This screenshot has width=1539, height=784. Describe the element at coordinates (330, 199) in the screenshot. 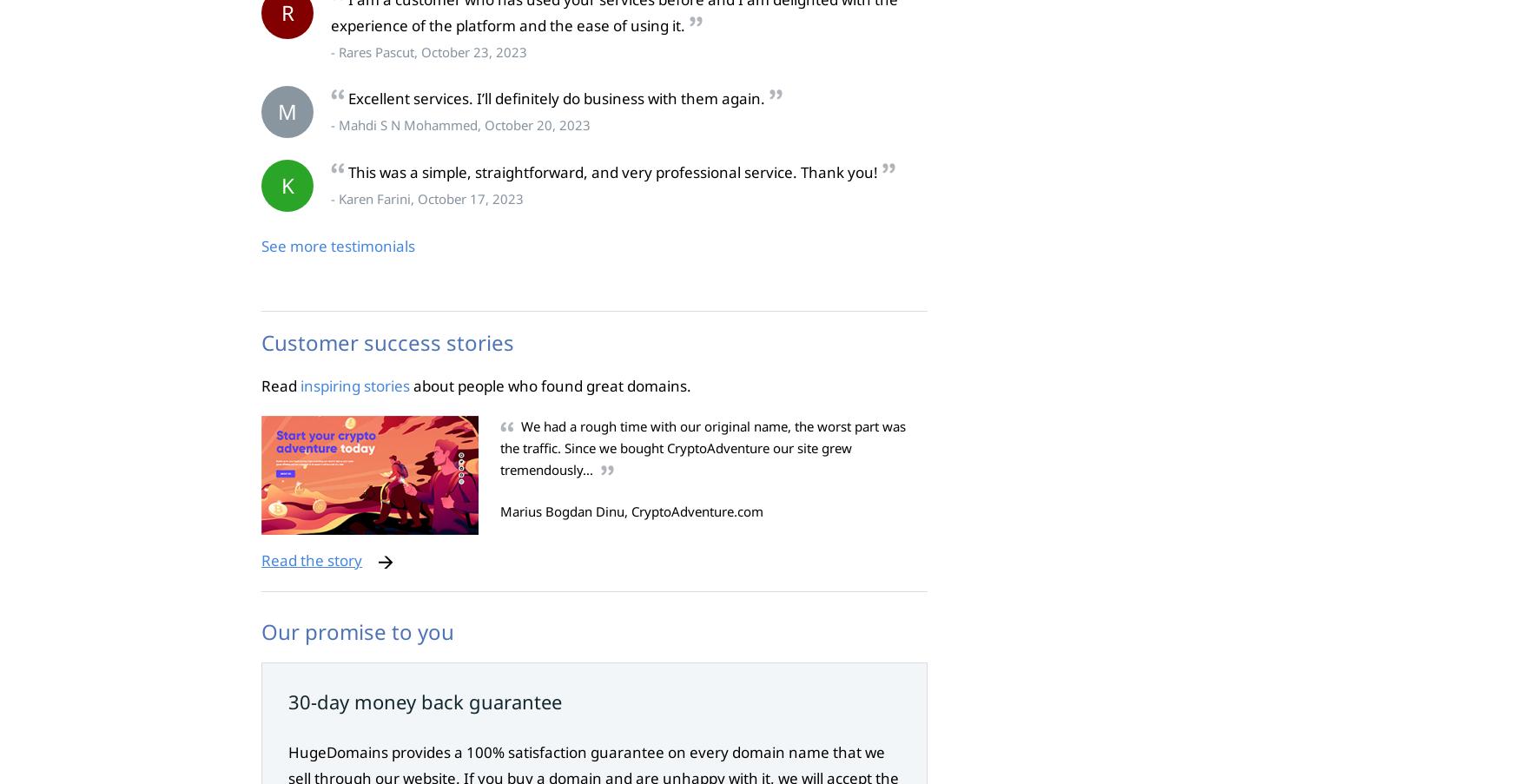

I see `'- Karen Farini, October 17, 2023'` at that location.